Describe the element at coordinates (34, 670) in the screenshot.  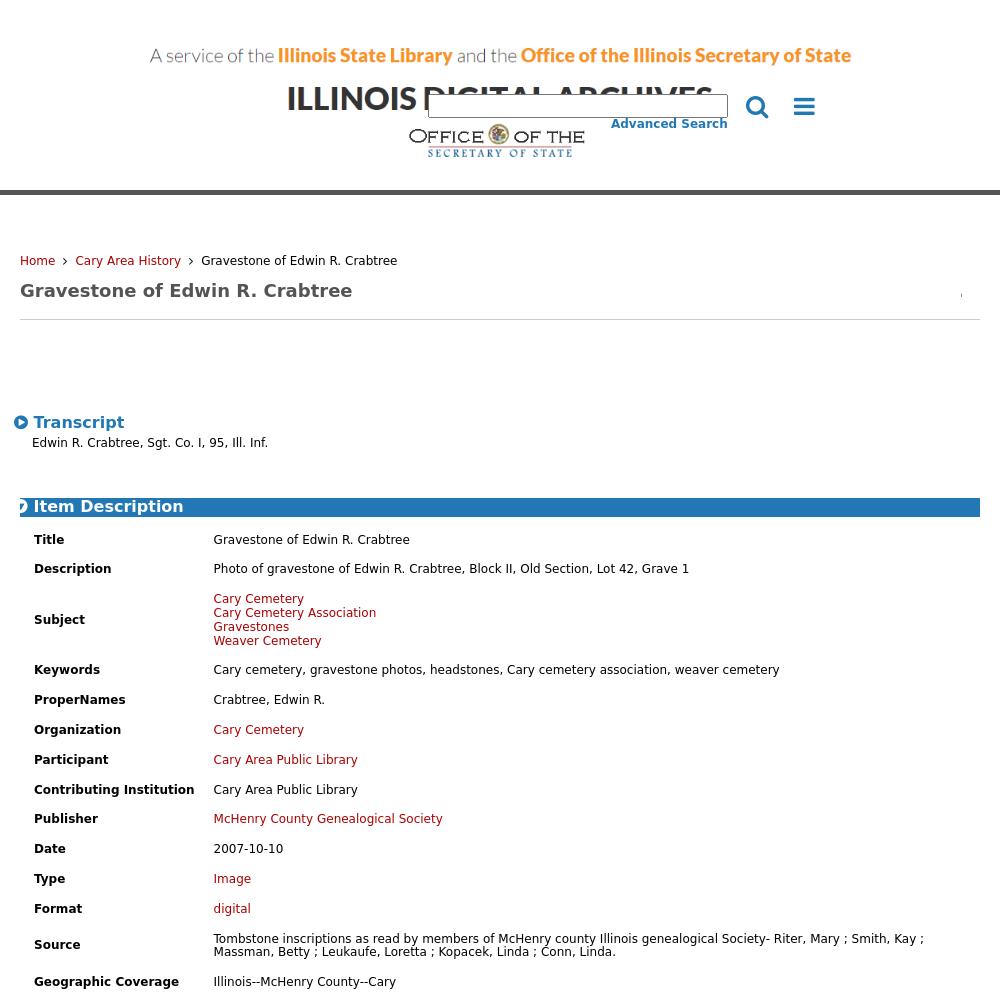
I see `'Keywords'` at that location.